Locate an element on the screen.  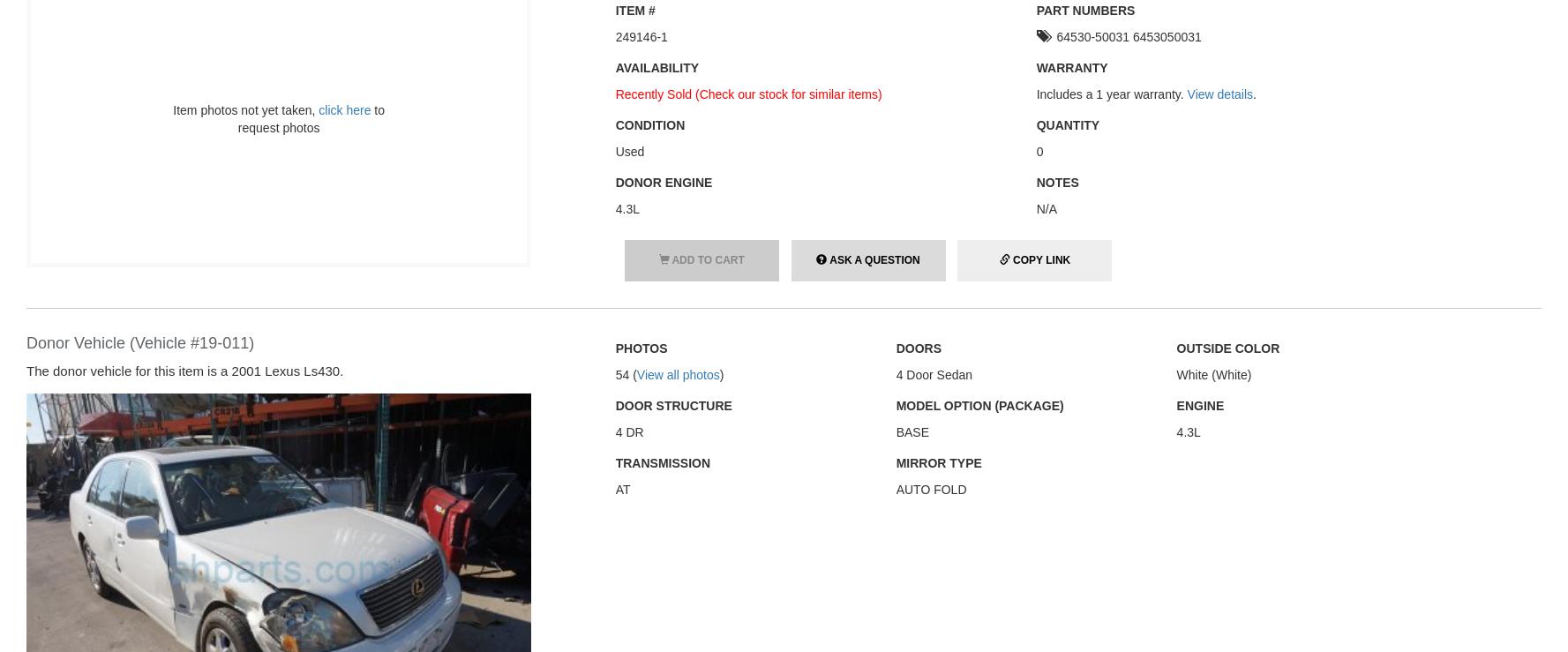
'Availability' is located at coordinates (656, 65).